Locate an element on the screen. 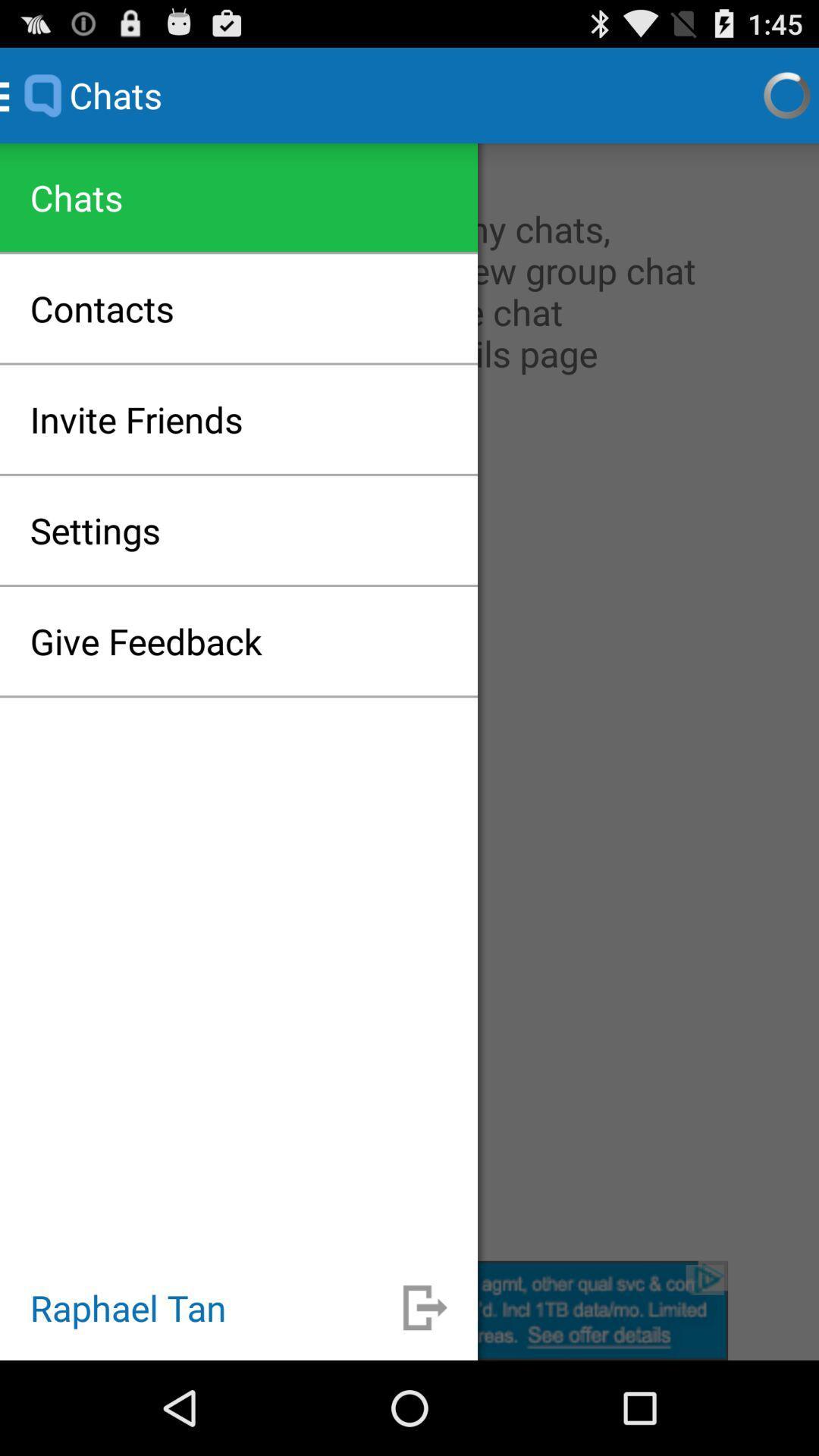 This screenshot has height=1456, width=819. the invite friends icon is located at coordinates (136, 419).